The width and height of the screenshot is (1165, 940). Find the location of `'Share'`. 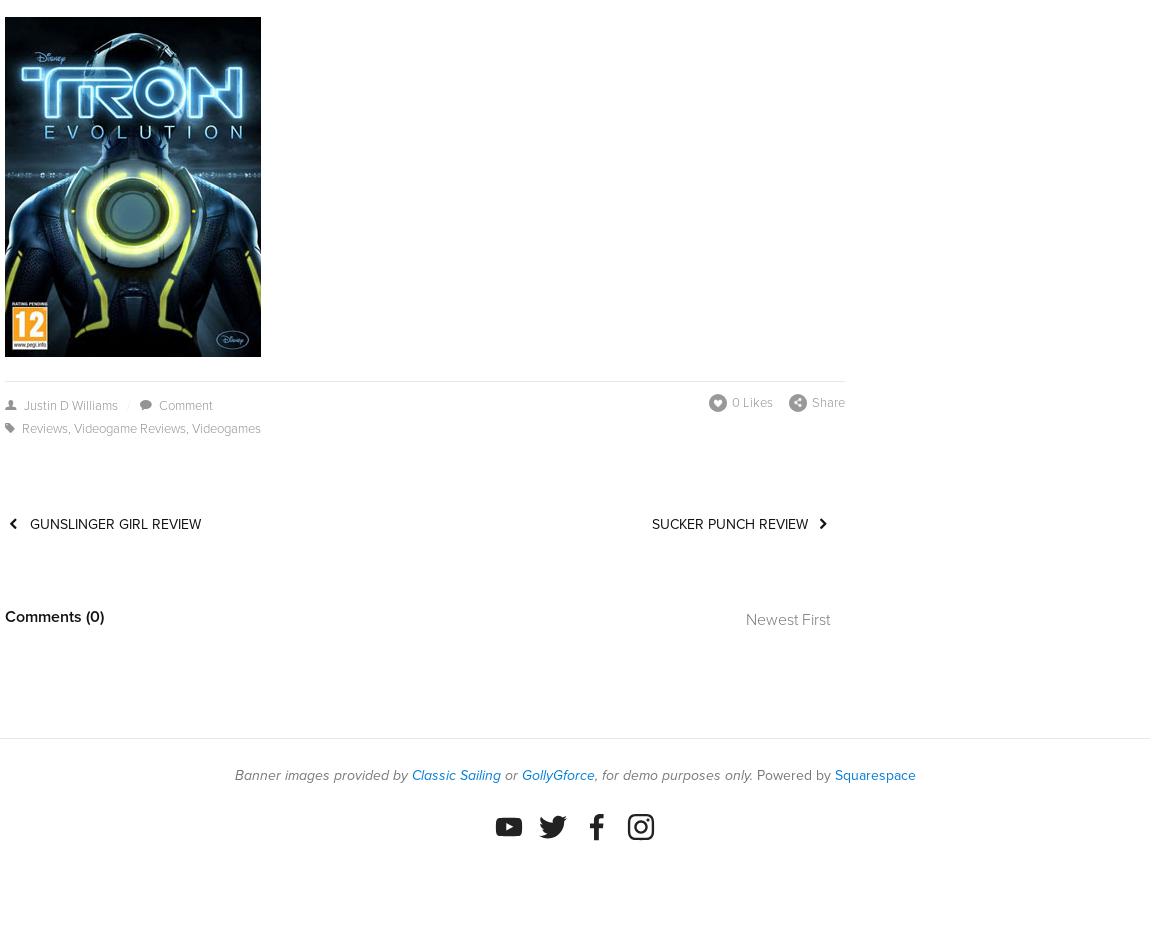

'Share' is located at coordinates (827, 401).